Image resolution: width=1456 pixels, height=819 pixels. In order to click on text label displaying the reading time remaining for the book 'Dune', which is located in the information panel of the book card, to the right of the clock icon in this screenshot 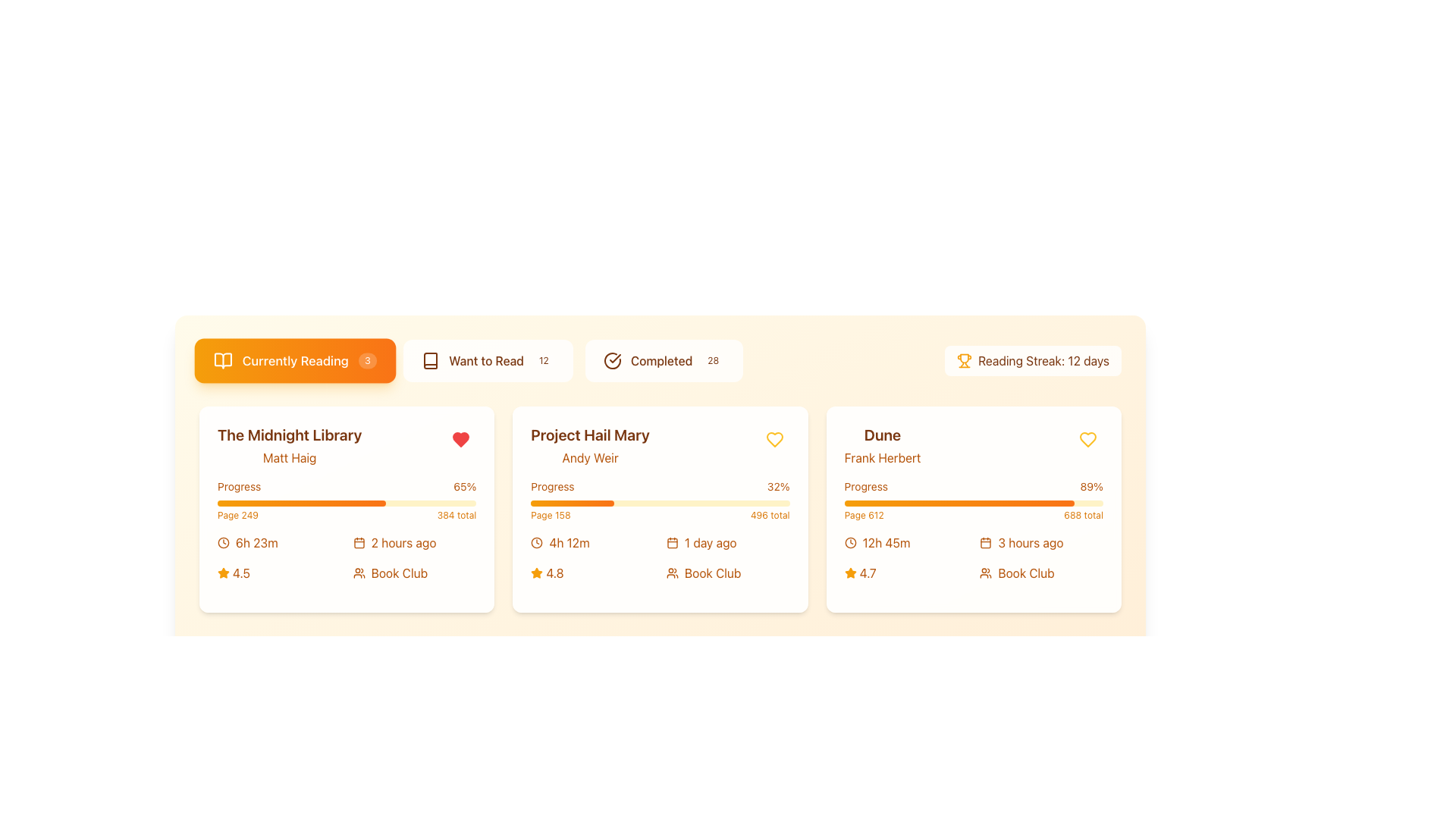, I will do `click(886, 542)`.